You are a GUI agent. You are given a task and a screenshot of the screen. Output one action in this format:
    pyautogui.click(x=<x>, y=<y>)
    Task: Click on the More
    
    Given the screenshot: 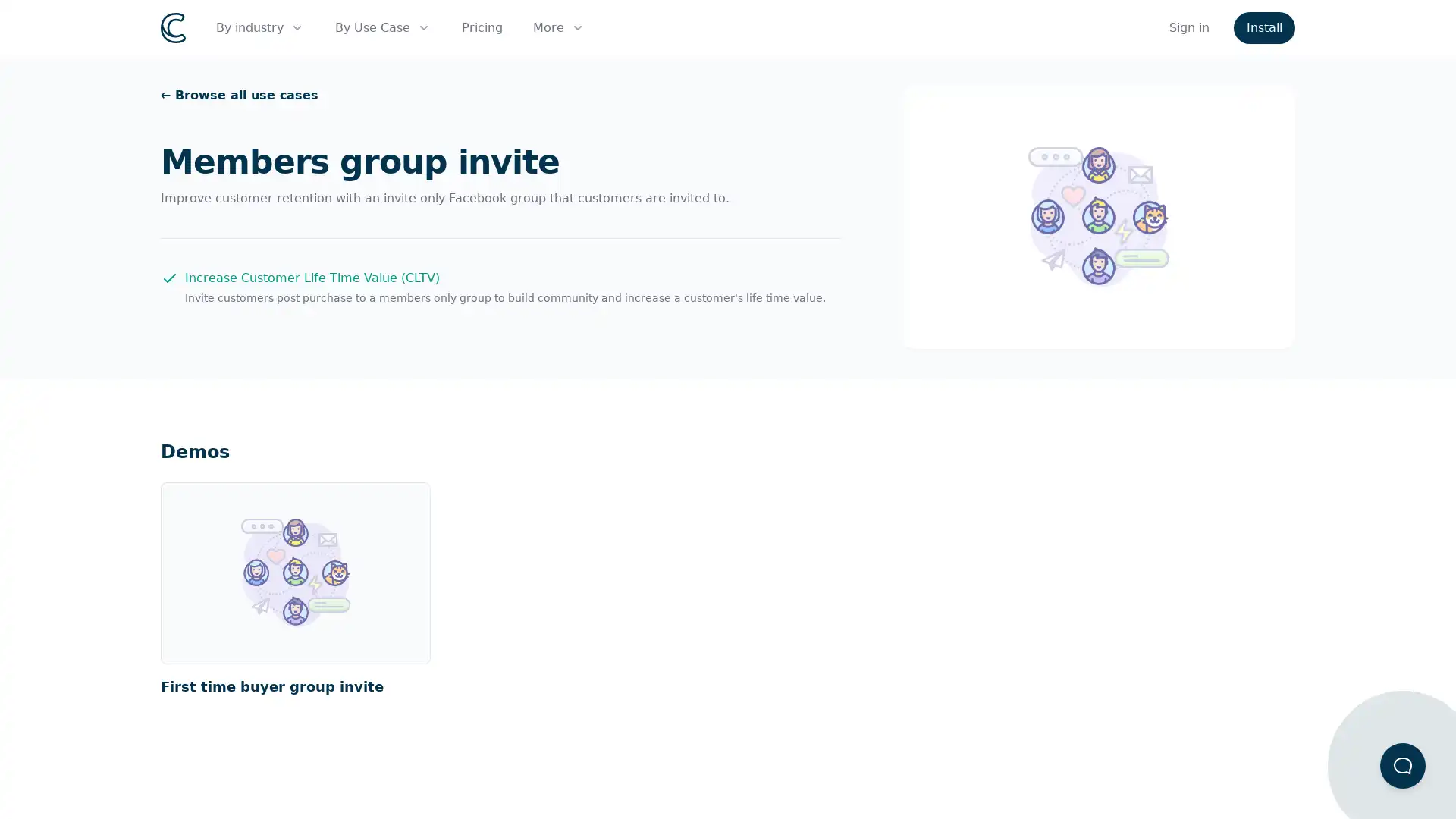 What is the action you would take?
    pyautogui.click(x=558, y=28)
    